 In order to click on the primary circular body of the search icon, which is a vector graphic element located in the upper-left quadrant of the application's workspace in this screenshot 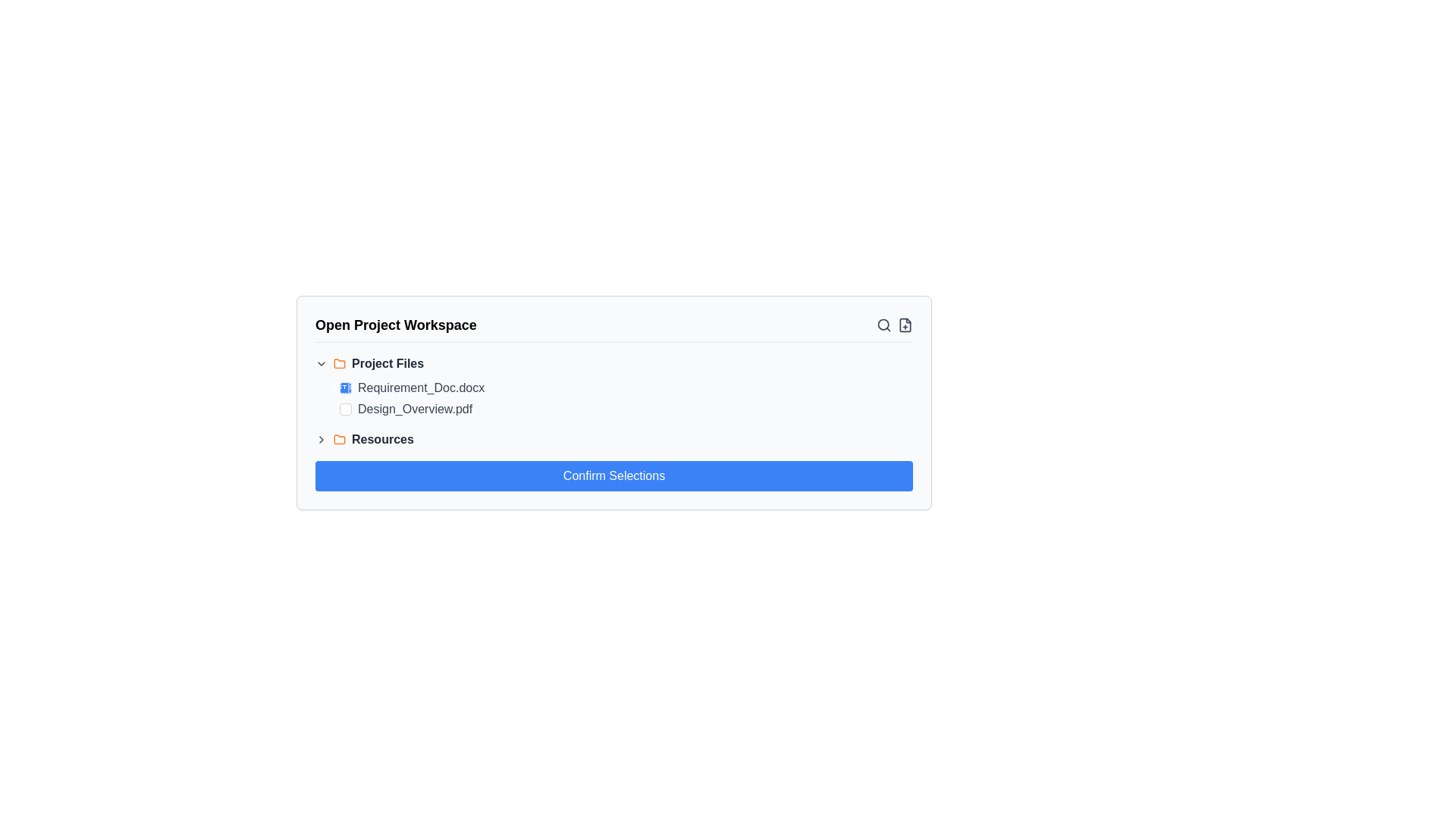, I will do `click(883, 324)`.